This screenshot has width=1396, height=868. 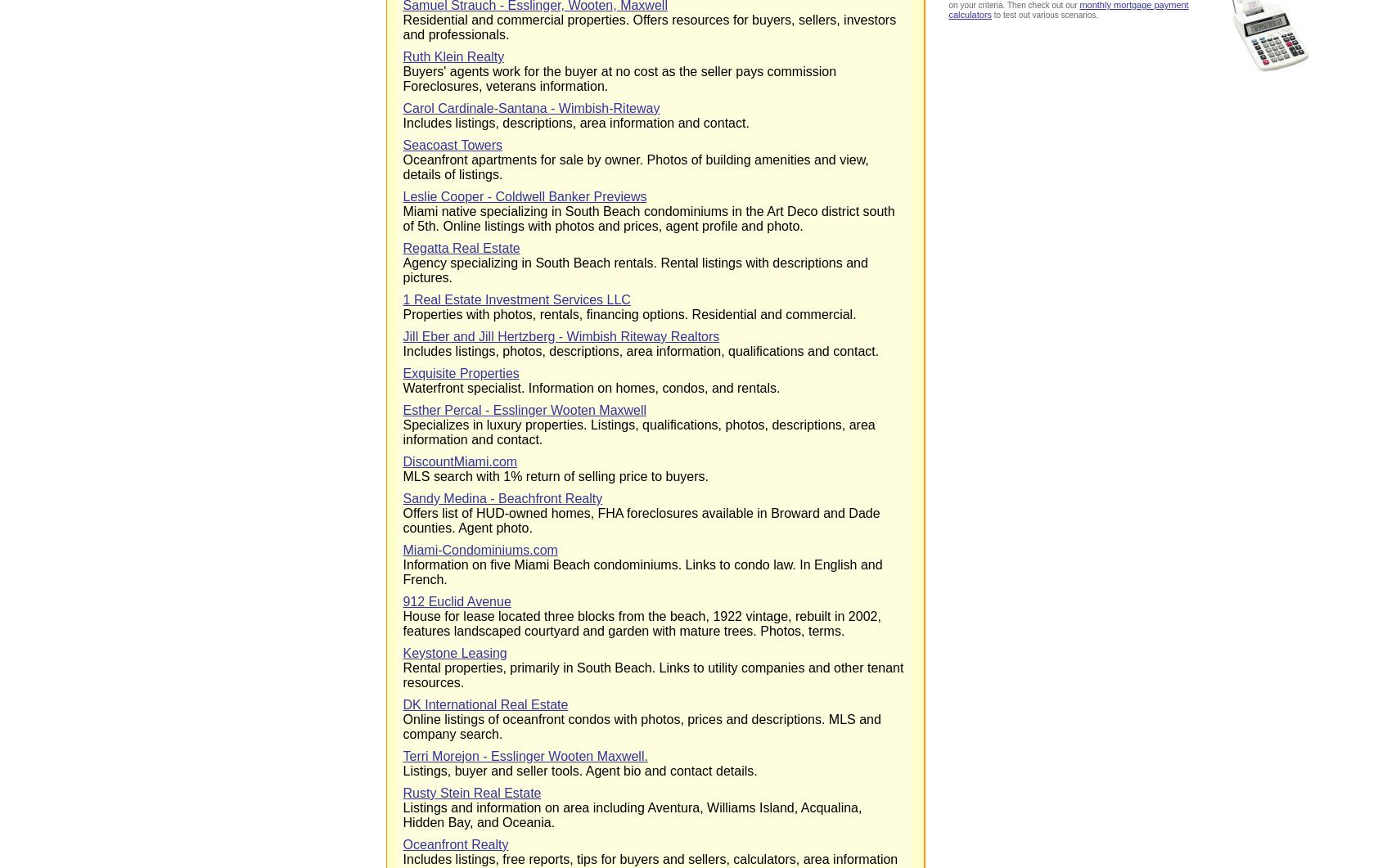 What do you see at coordinates (529, 108) in the screenshot?
I see `'Carol Cardinale-Santana - Wimbish-Riteway'` at bounding box center [529, 108].